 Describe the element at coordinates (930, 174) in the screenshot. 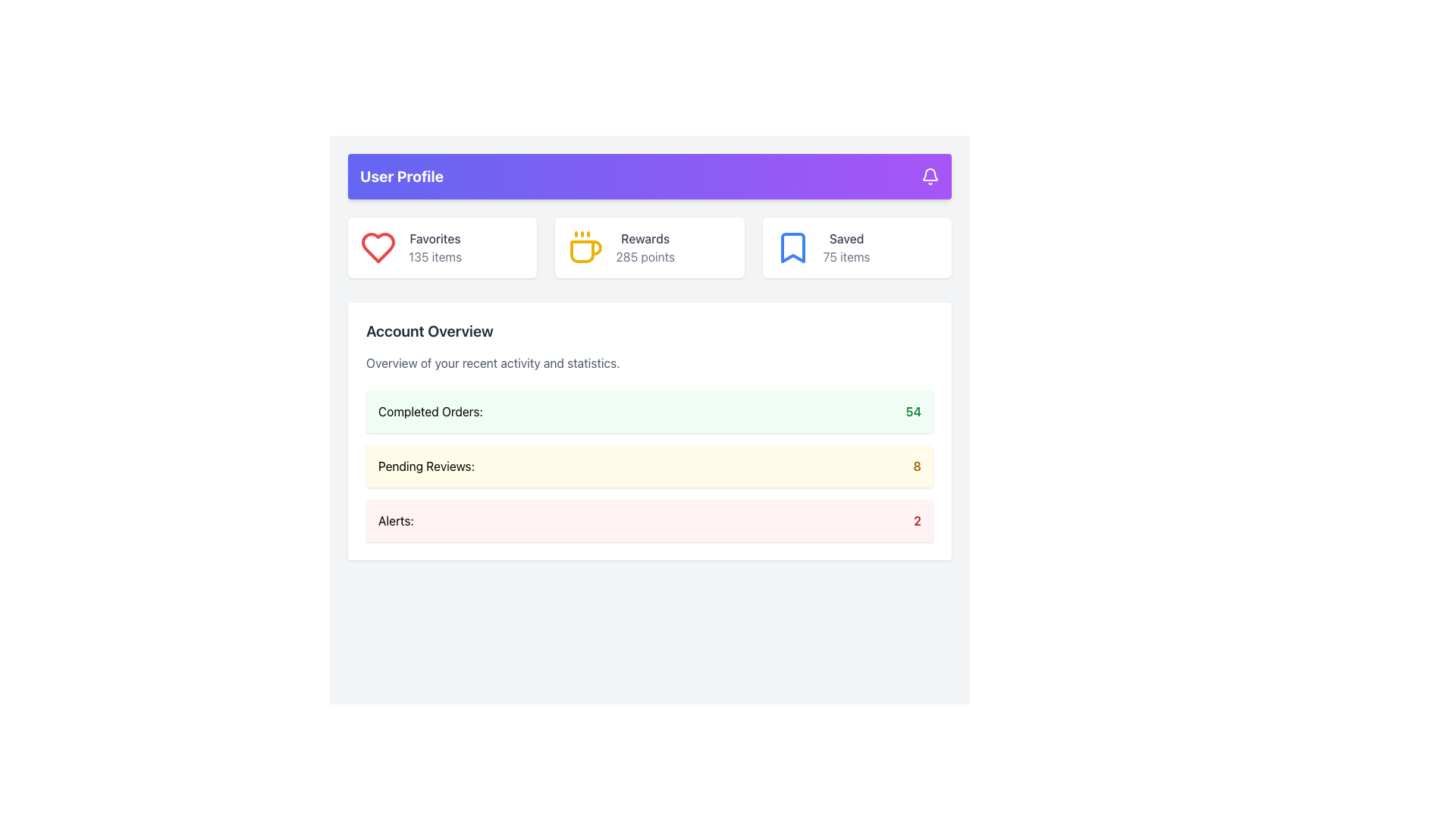

I see `the bell-shaped notification icon located in the top-right corner of the user interface header` at that location.